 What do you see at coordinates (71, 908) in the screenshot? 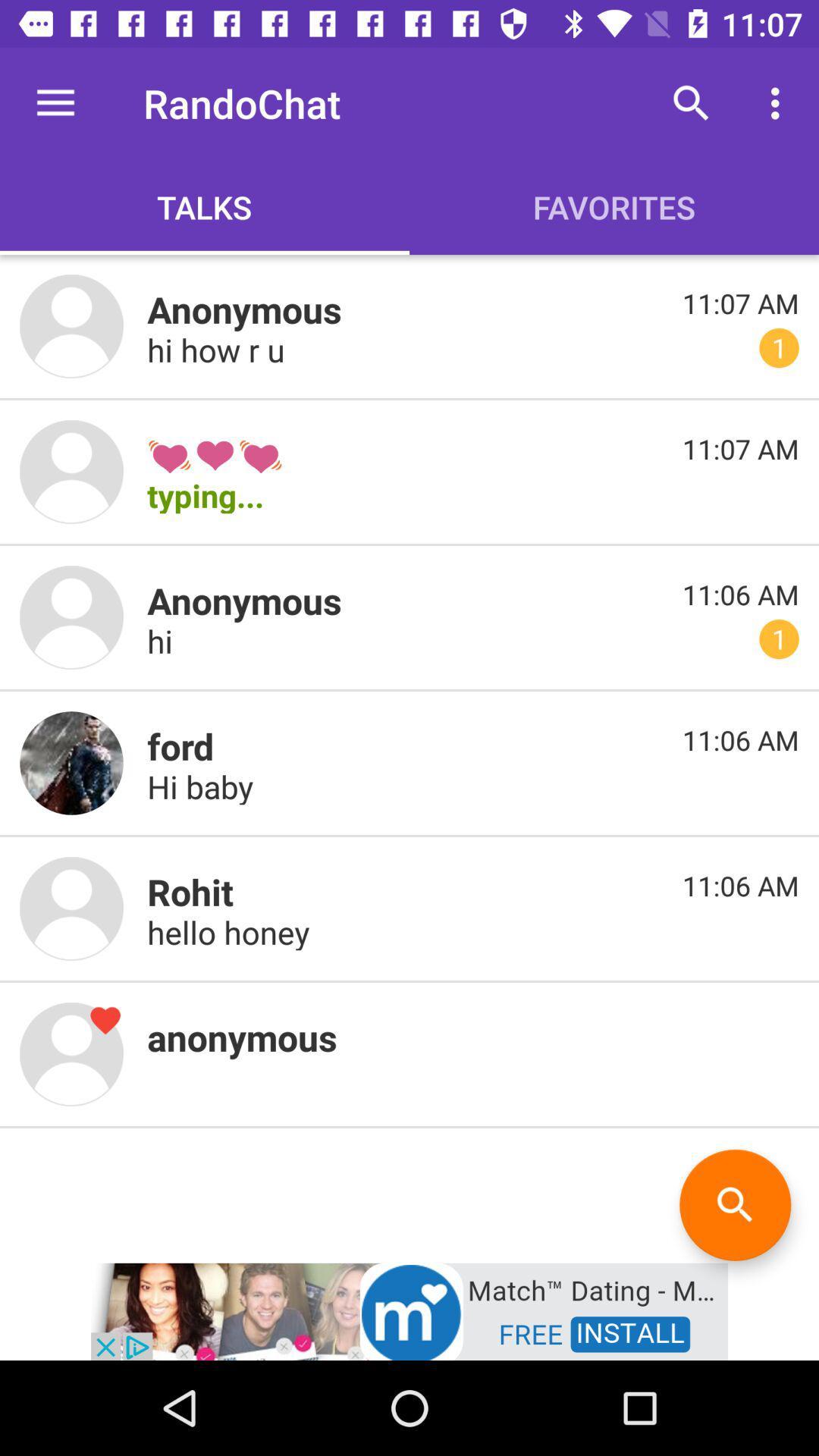
I see `profile` at bounding box center [71, 908].